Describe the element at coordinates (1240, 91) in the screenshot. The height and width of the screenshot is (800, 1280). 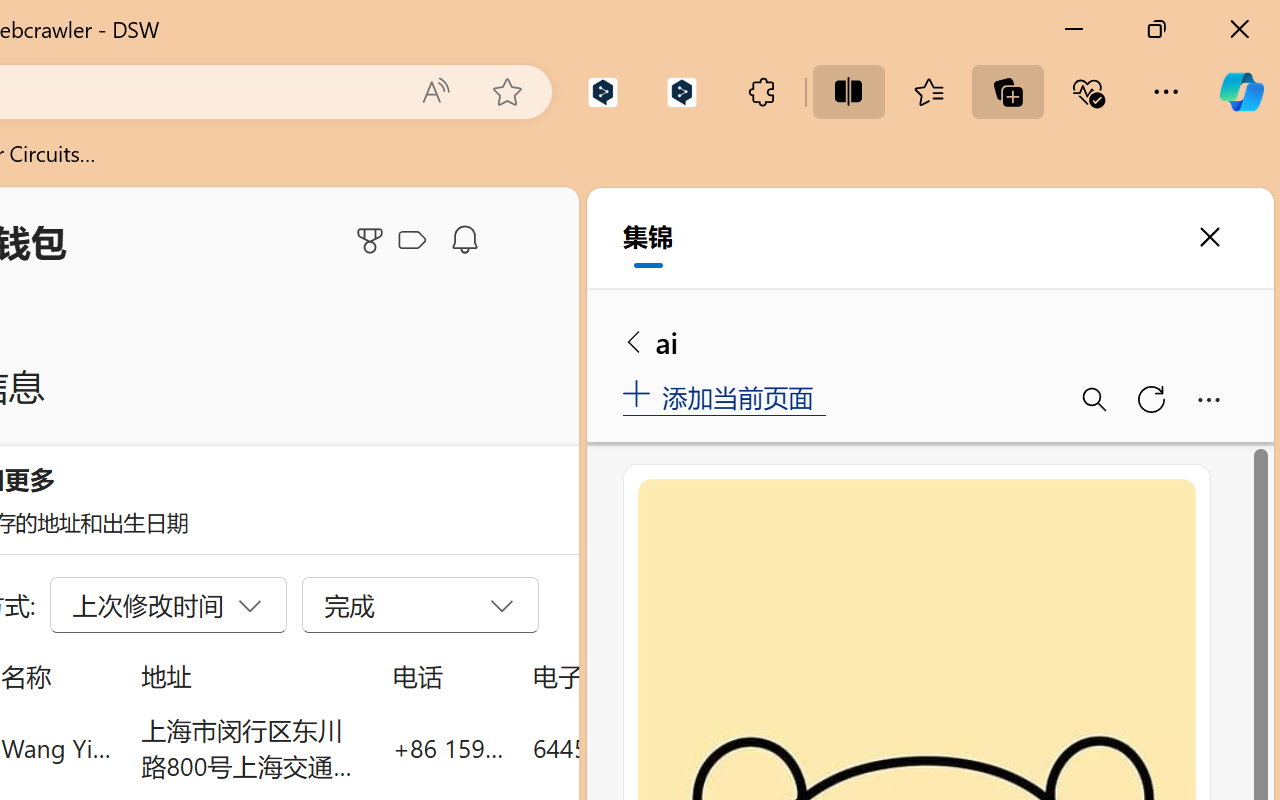
I see `'Copilot (Ctrl+Shift+.)'` at that location.